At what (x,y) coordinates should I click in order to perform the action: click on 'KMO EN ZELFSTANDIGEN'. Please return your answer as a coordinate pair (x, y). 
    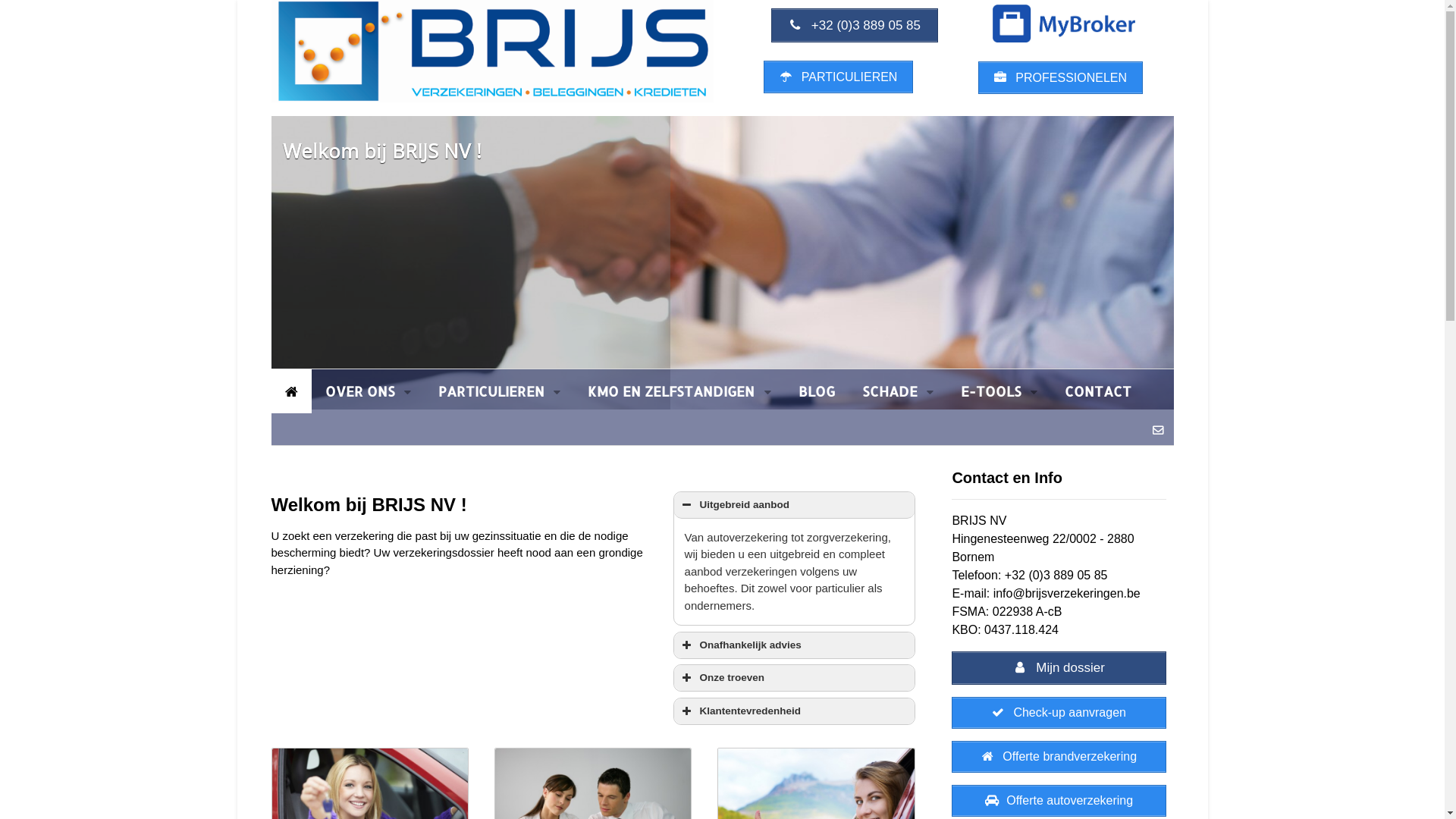
    Looking at the image, I should click on (678, 391).